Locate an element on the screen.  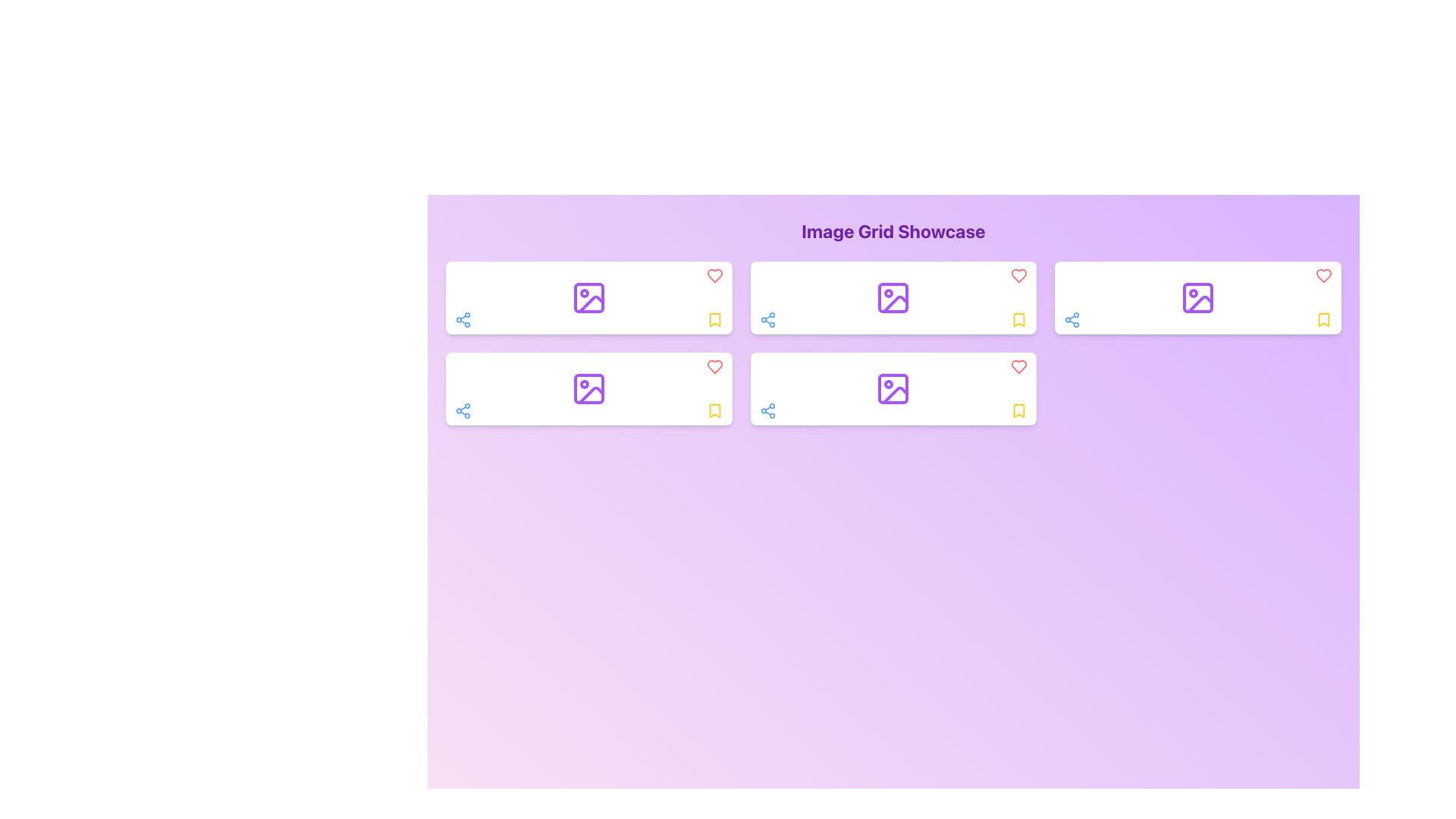
the primary rectangular block of the purple image placeholder icon, which is the second icon from the left in the top row of the grid layout is located at coordinates (893, 298).